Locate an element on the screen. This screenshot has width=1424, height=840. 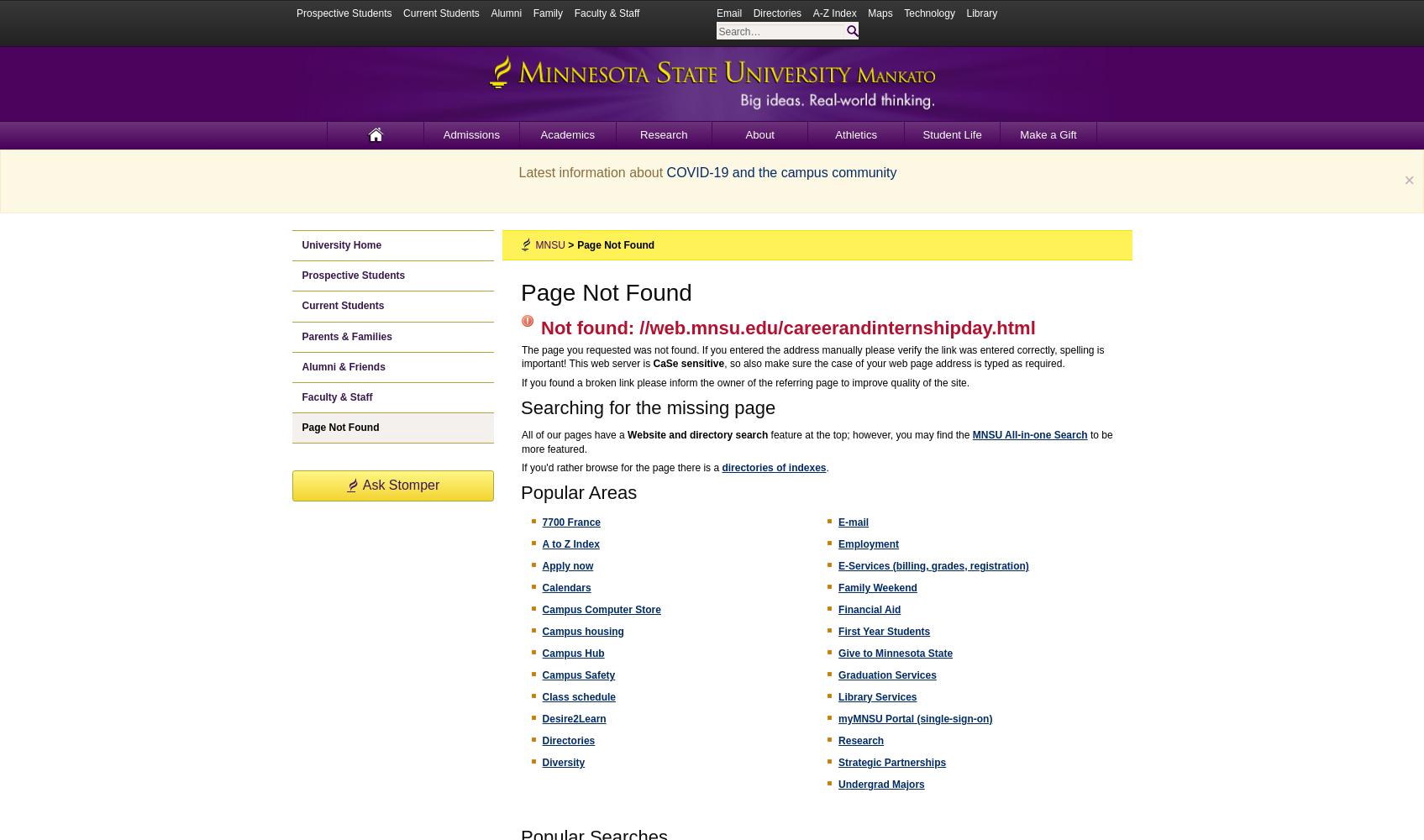
'Strategic Partnerships' is located at coordinates (891, 762).